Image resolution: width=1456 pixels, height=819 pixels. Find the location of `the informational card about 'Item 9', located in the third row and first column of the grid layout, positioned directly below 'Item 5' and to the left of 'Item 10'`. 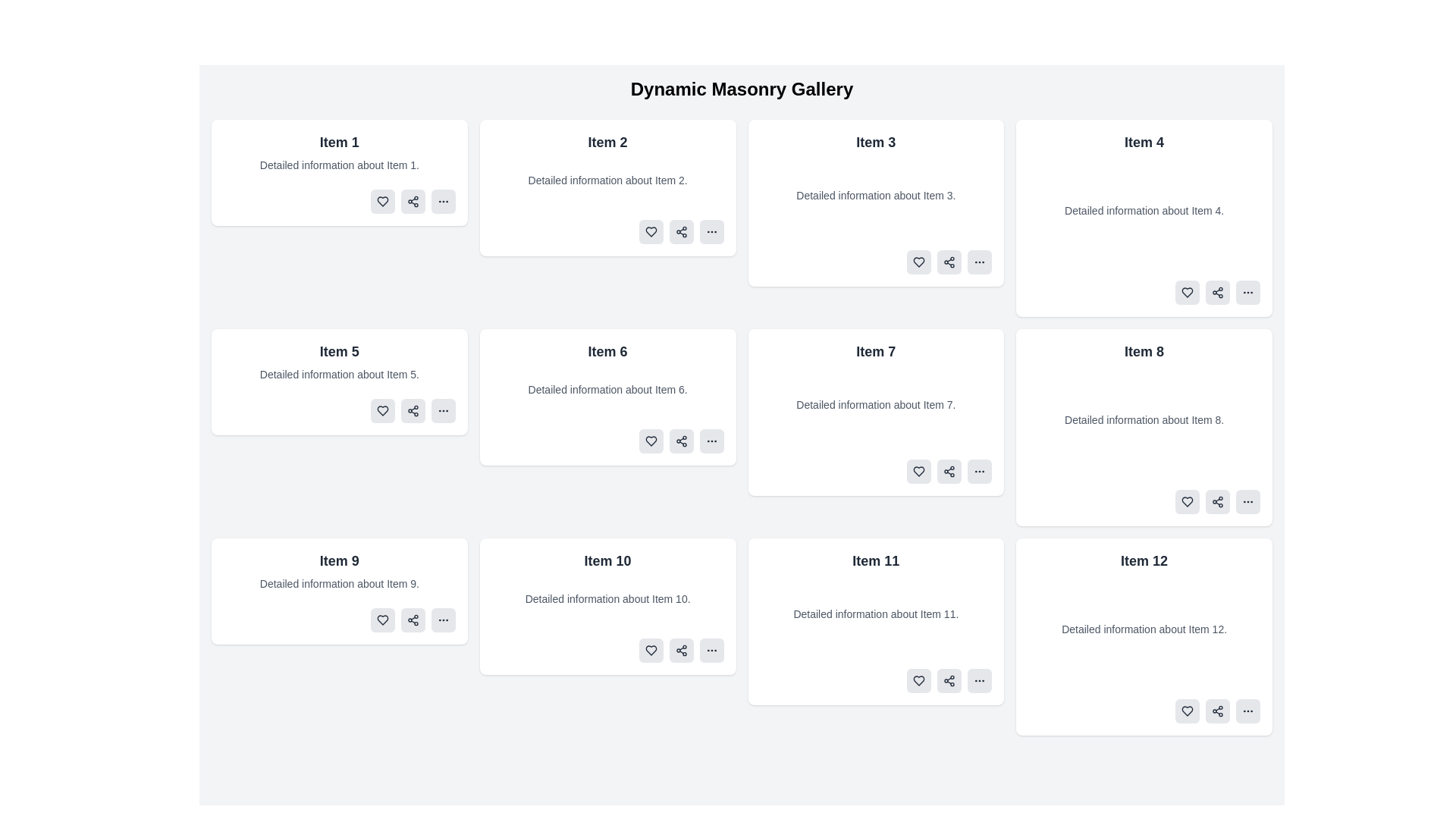

the informational card about 'Item 9', located in the third row and first column of the grid layout, positioned directly below 'Item 5' and to the left of 'Item 10' is located at coordinates (338, 590).